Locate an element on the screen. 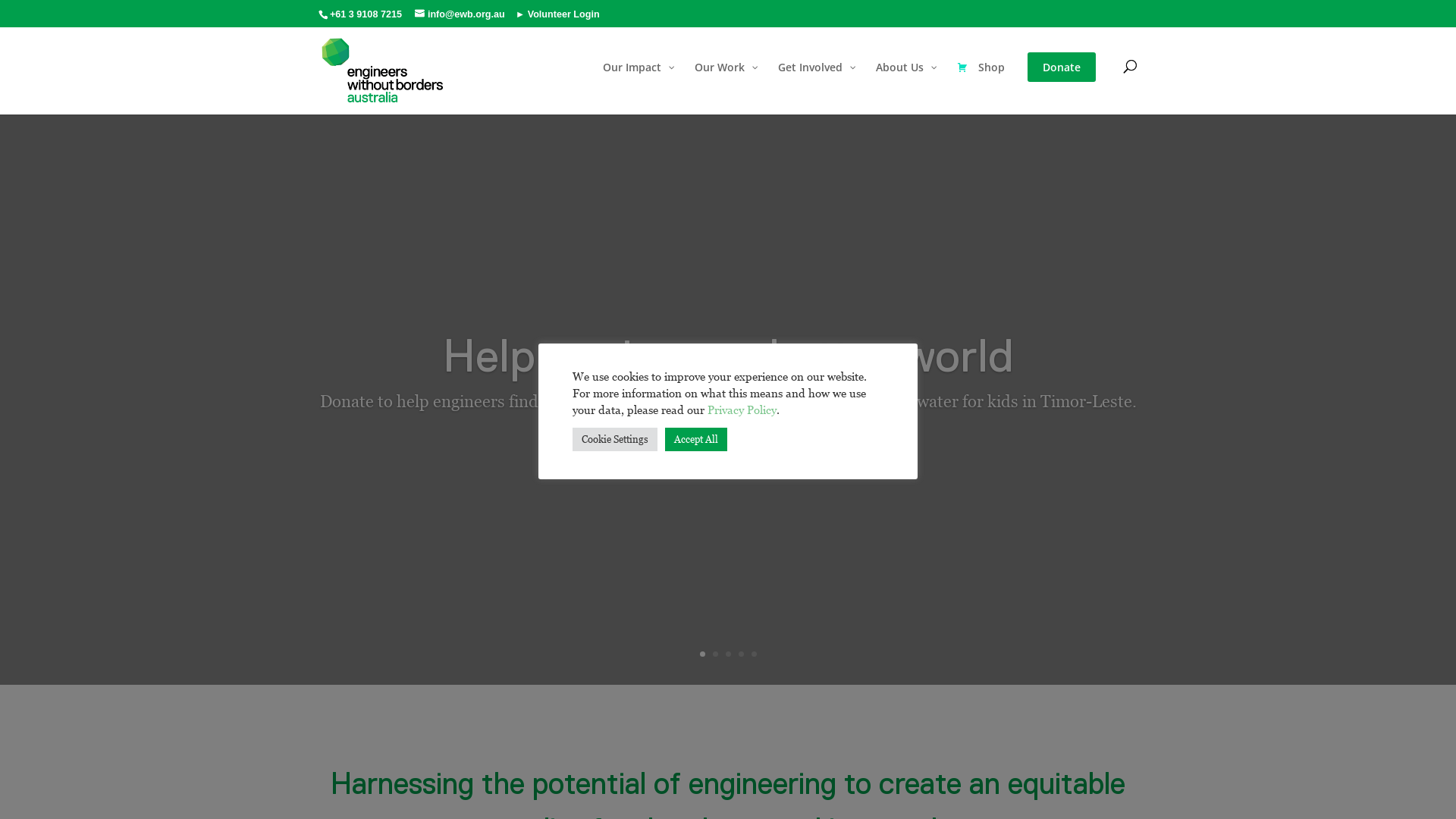 The image size is (1456, 819). 'Shop' is located at coordinates (981, 83).